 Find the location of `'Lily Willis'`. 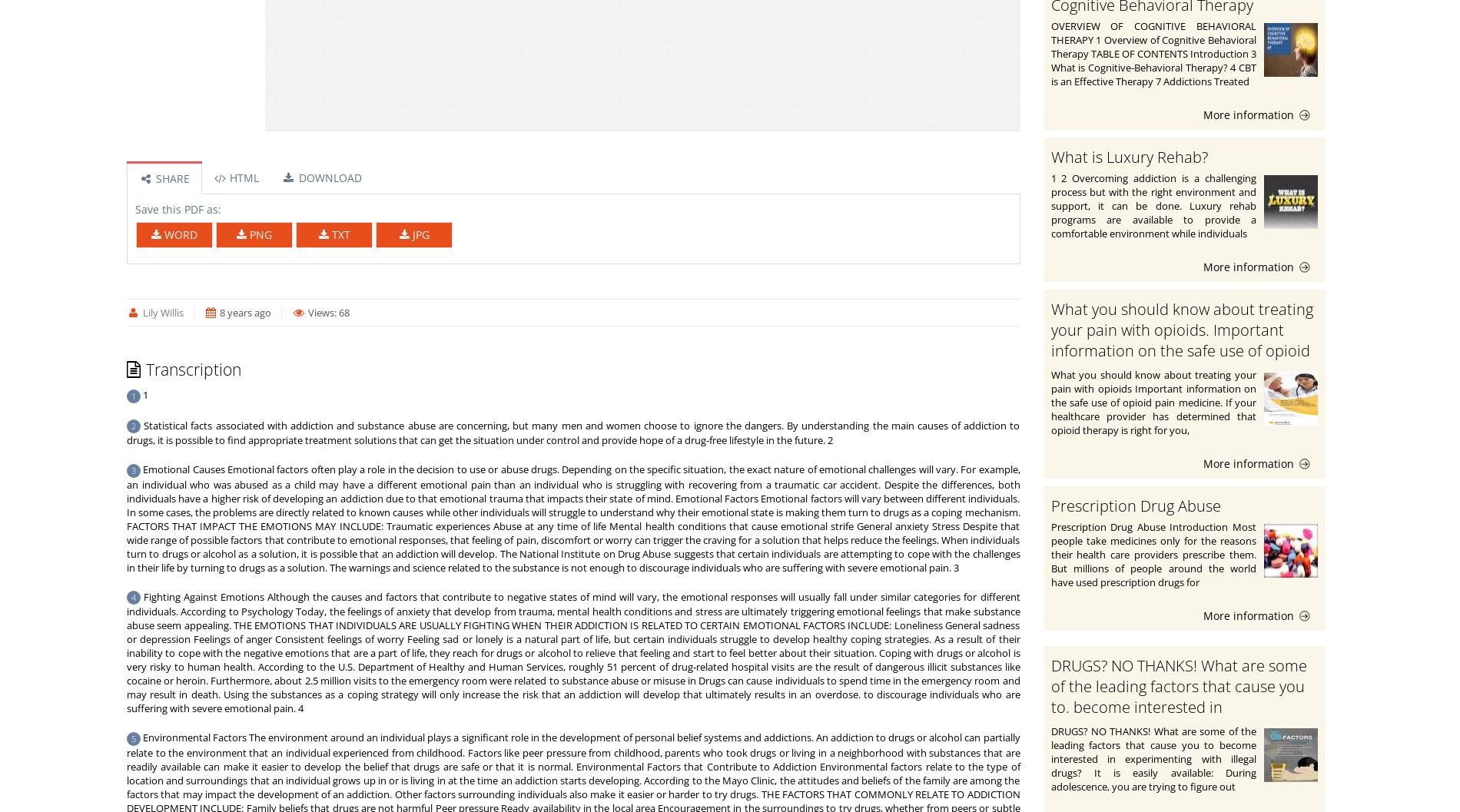

'Lily Willis' is located at coordinates (162, 312).